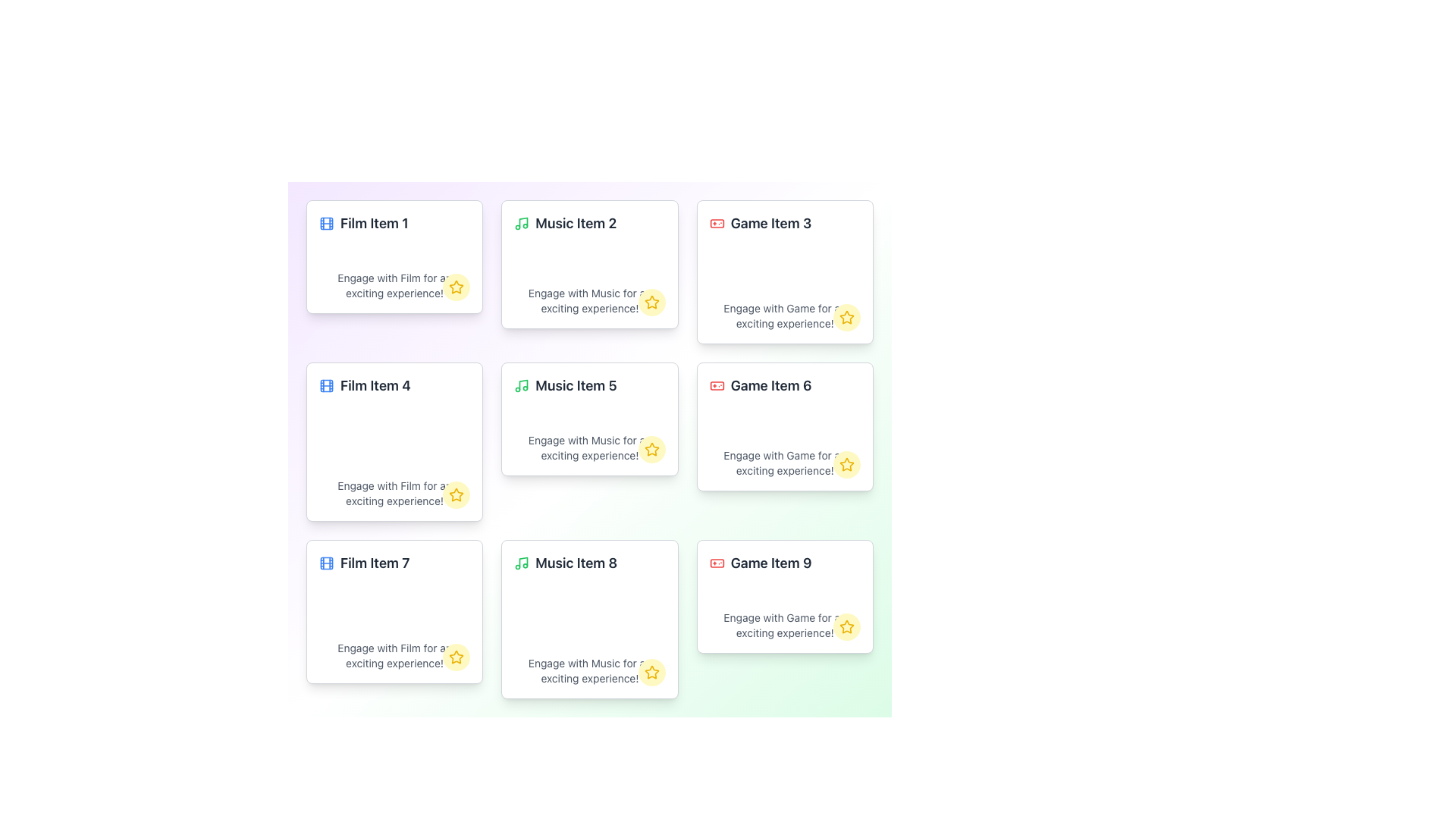  What do you see at coordinates (456, 494) in the screenshot?
I see `the yellow star icon located at the bottom-right corner of the card titled 'Film Item 4' for more details` at bounding box center [456, 494].